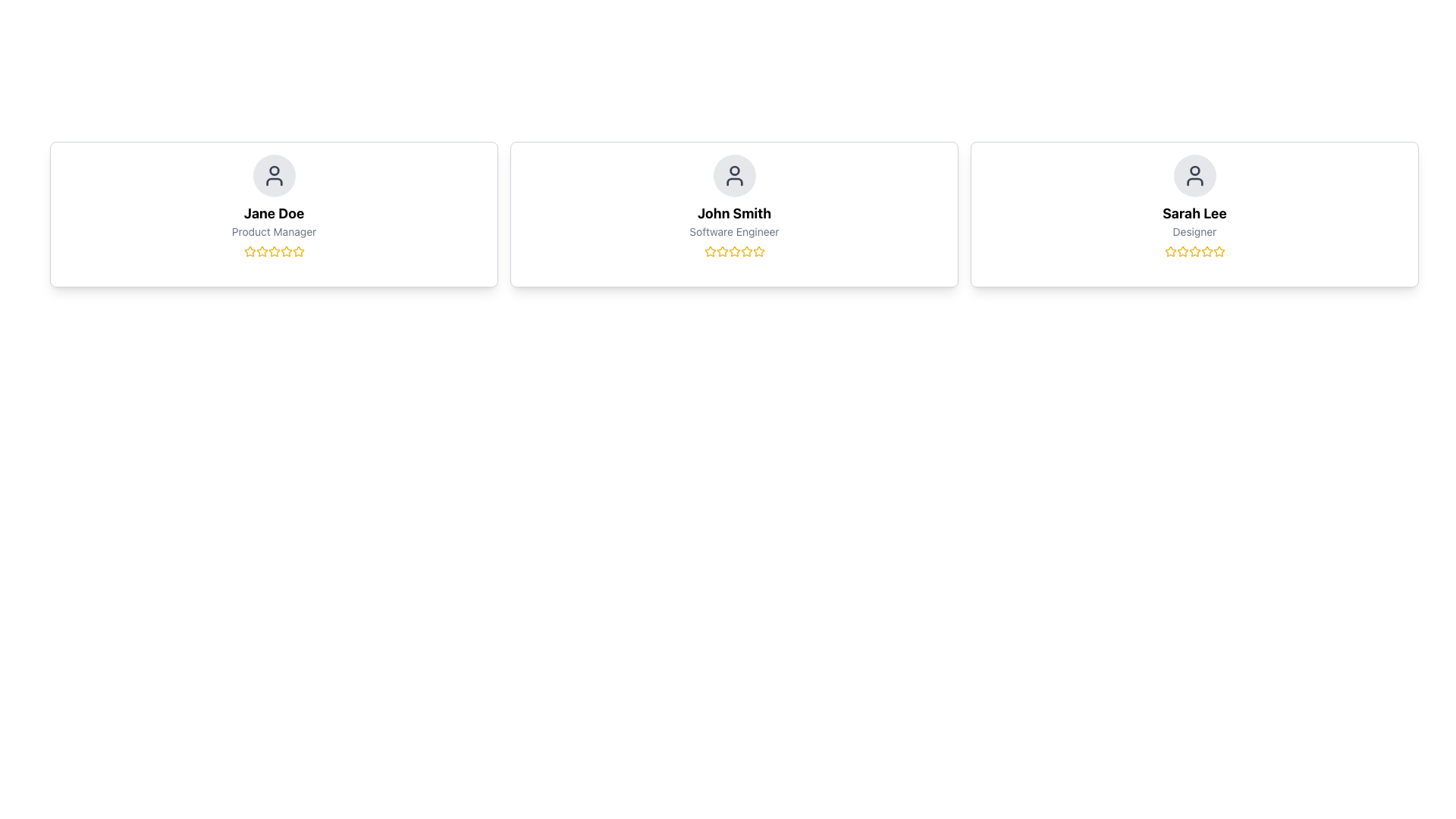 The height and width of the screenshot is (819, 1456). What do you see at coordinates (286, 250) in the screenshot?
I see `the second star icon in the 5-star rating system below the 'Jane Doe' user card` at bounding box center [286, 250].